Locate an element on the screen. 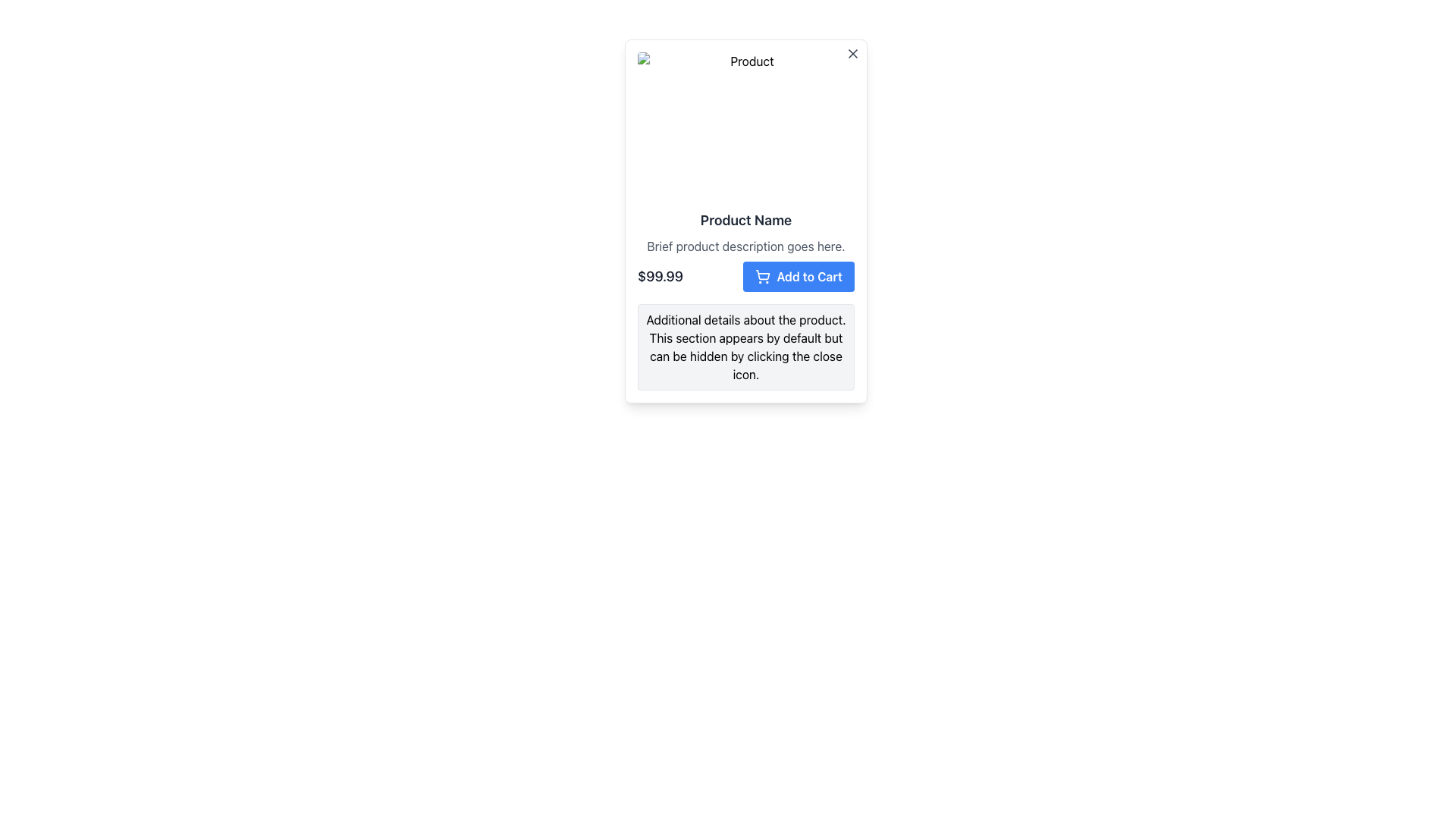 This screenshot has height=819, width=1456. the informational Text box located at the bottom of the styled card, which displays detailed product descriptions is located at coordinates (745, 347).